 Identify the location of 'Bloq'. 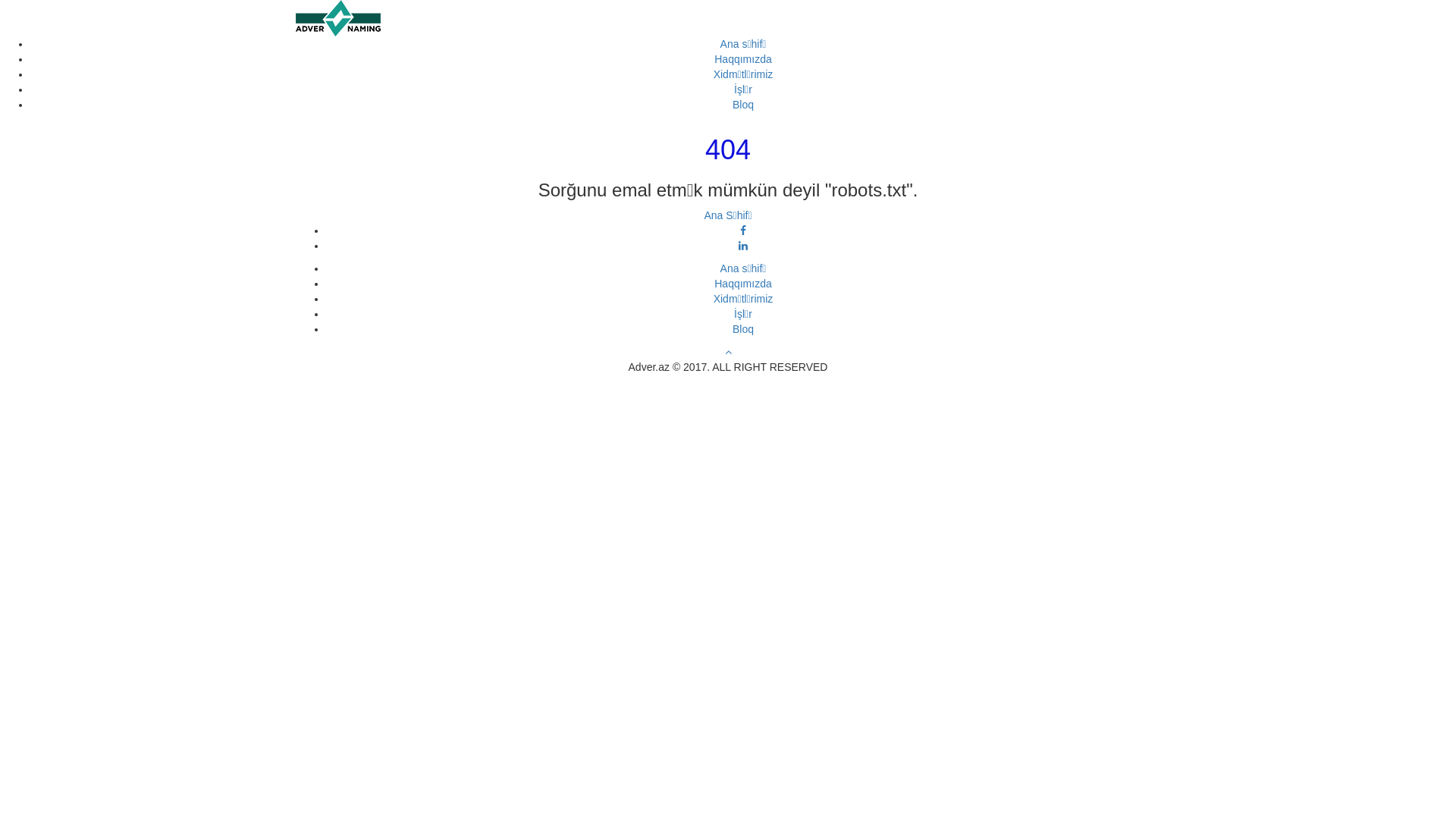
(742, 328).